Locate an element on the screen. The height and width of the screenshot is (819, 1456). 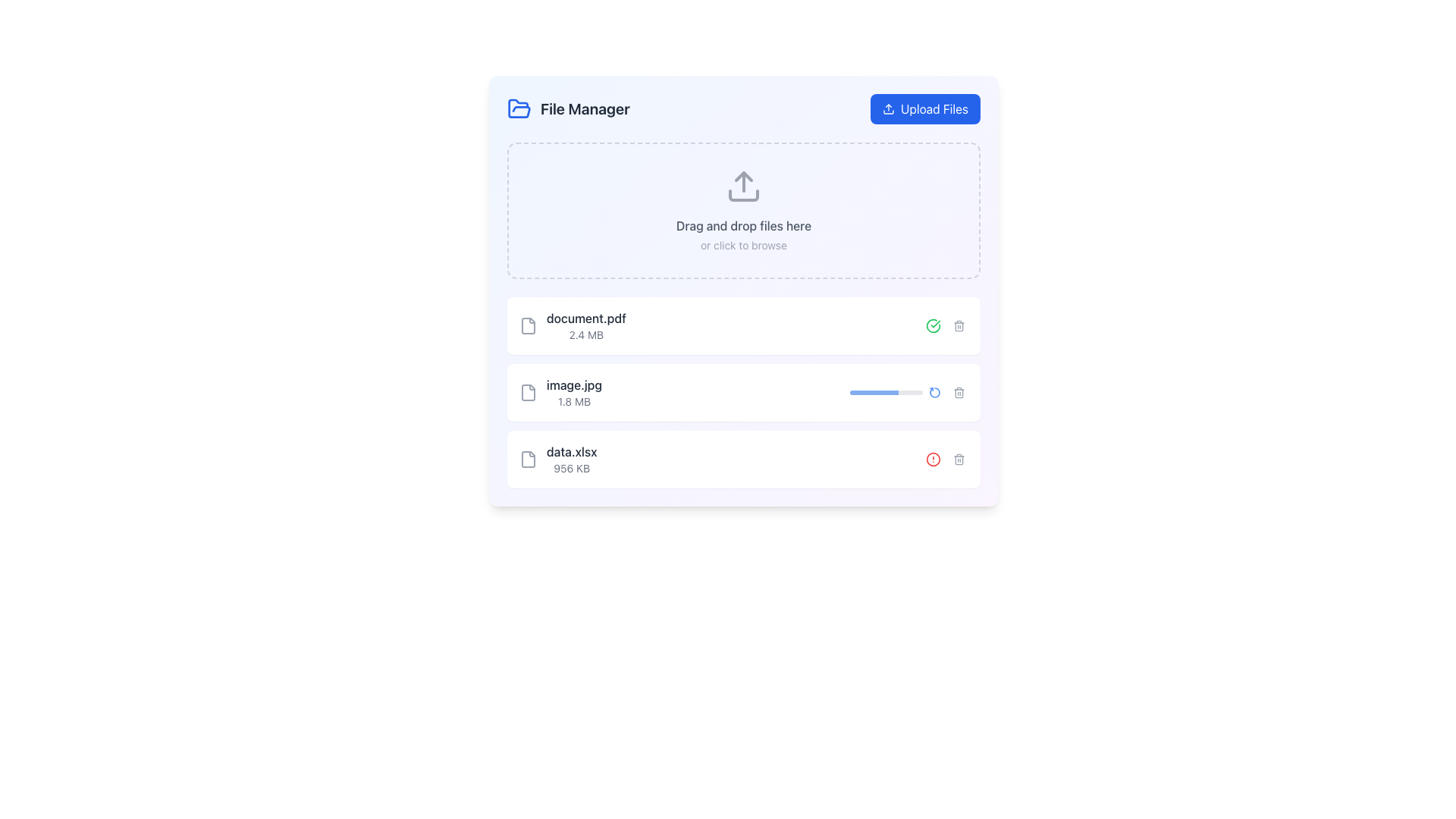
the delete icon button located to the right of the 'data.xlsx' file entry in the file manager list to observe visual feedback is located at coordinates (959, 458).